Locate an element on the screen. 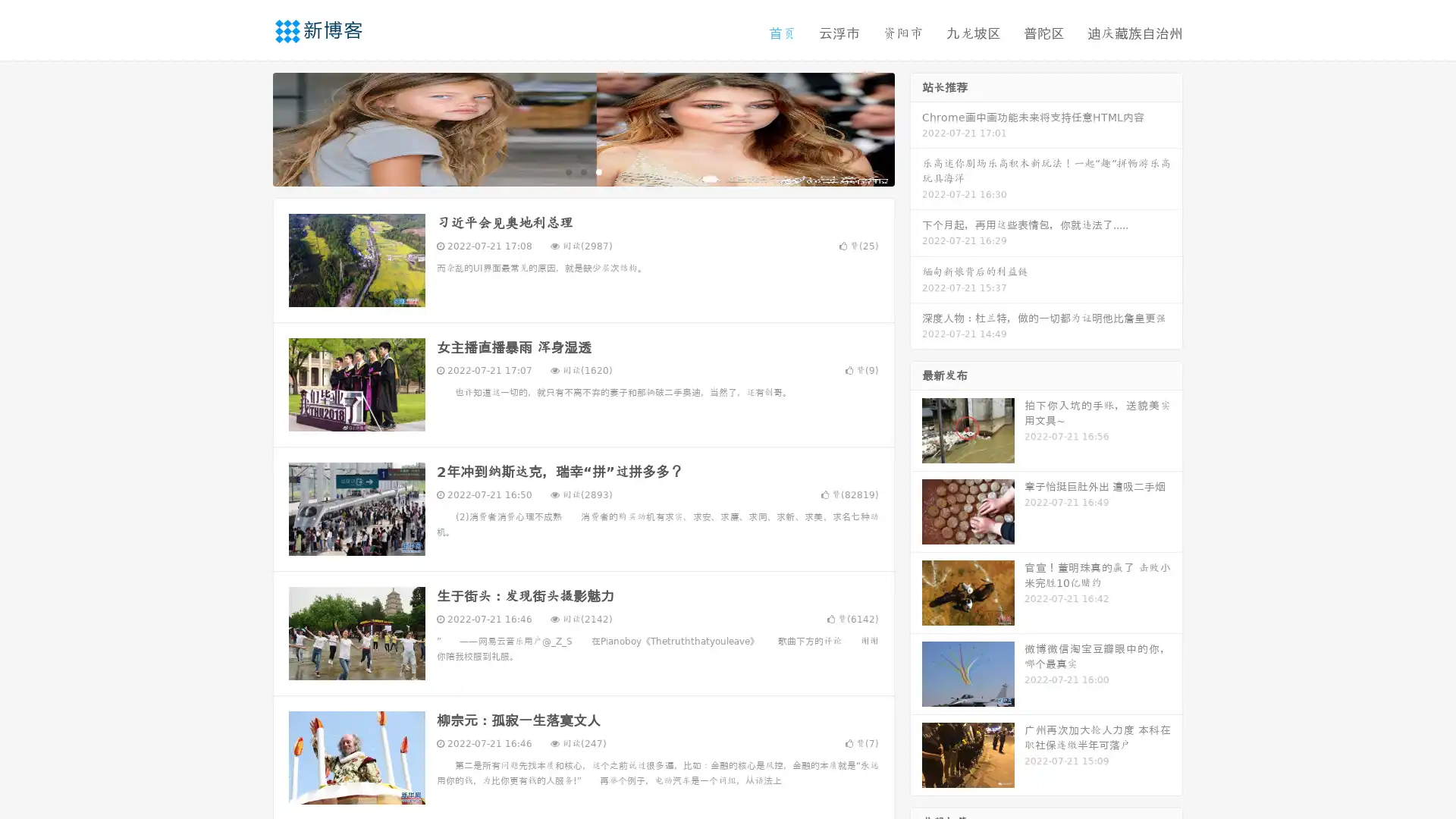  Go to slide 1 is located at coordinates (567, 171).